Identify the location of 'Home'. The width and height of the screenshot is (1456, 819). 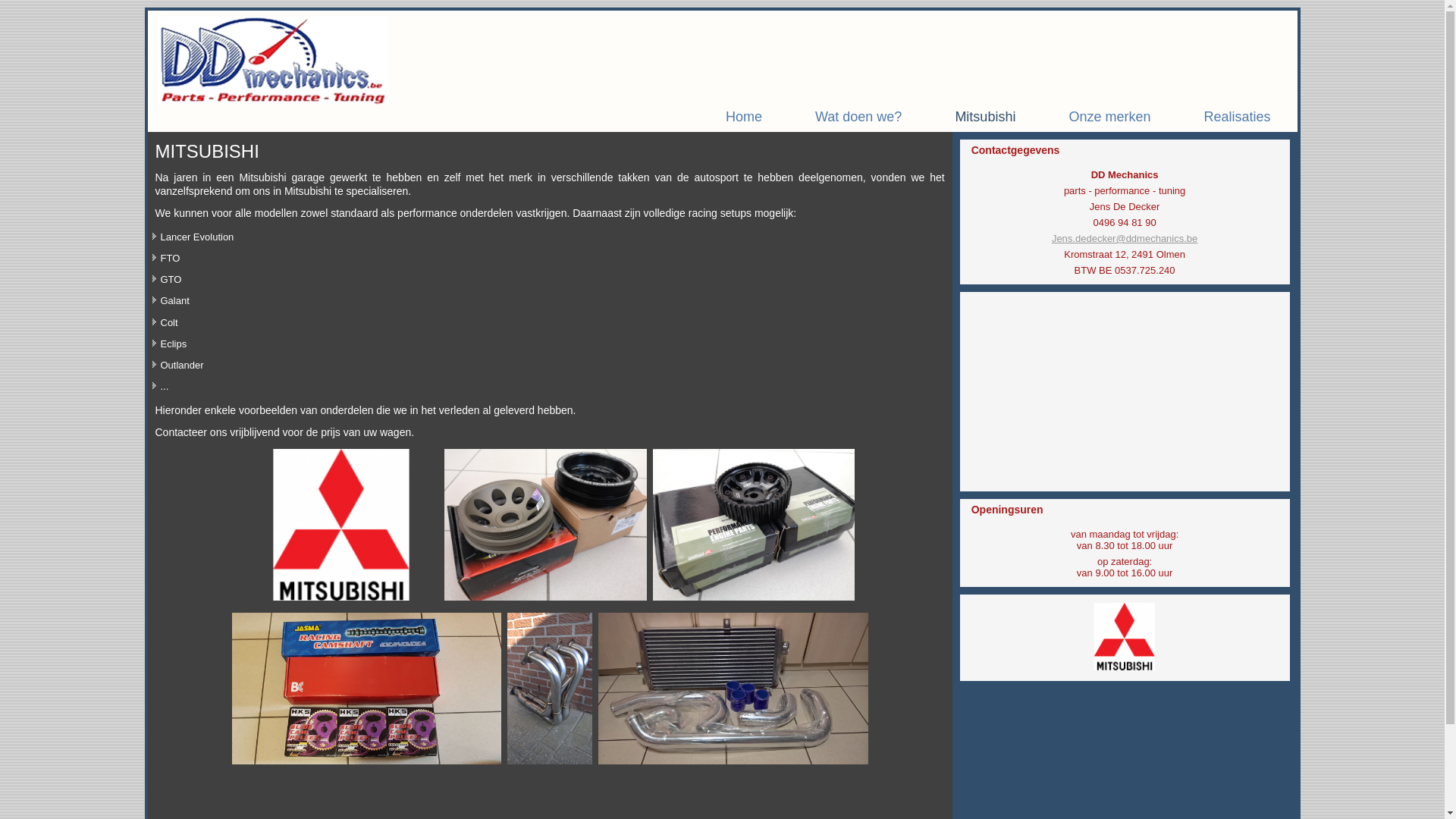
(743, 116).